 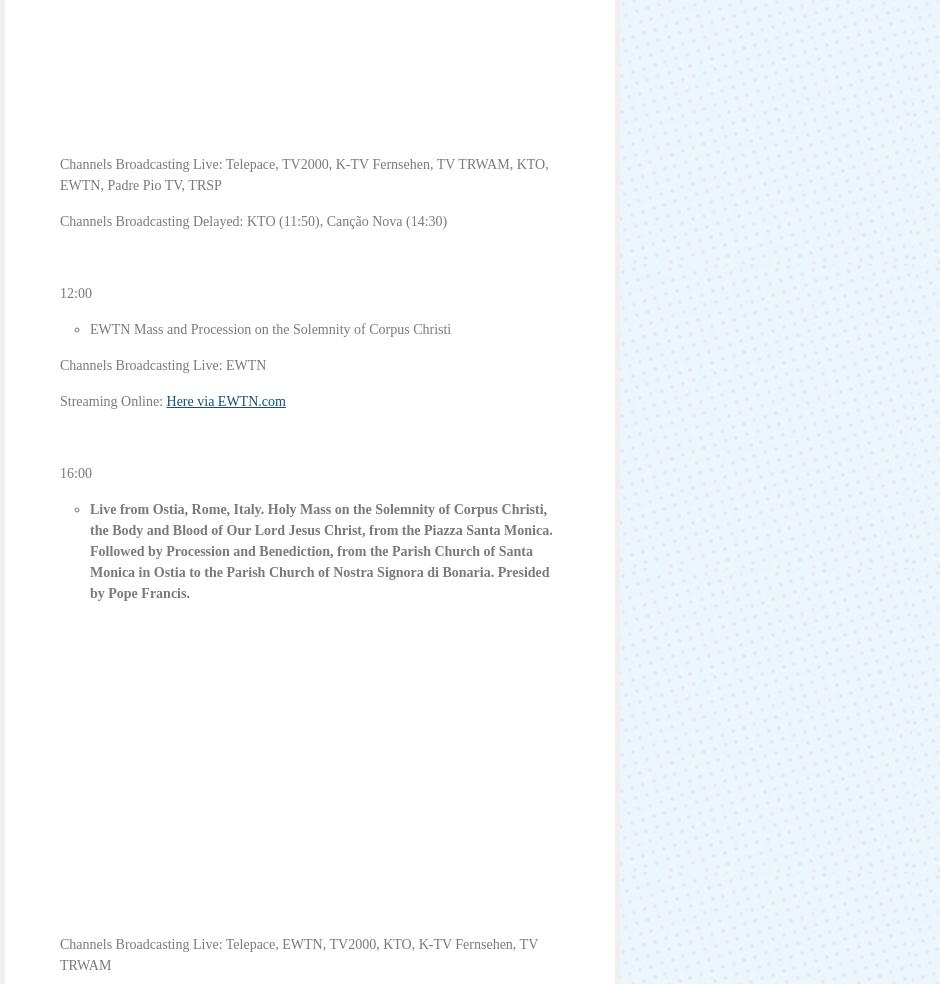 I want to click on 'Channels Broadcasting Live: EWTN', so click(x=162, y=364).